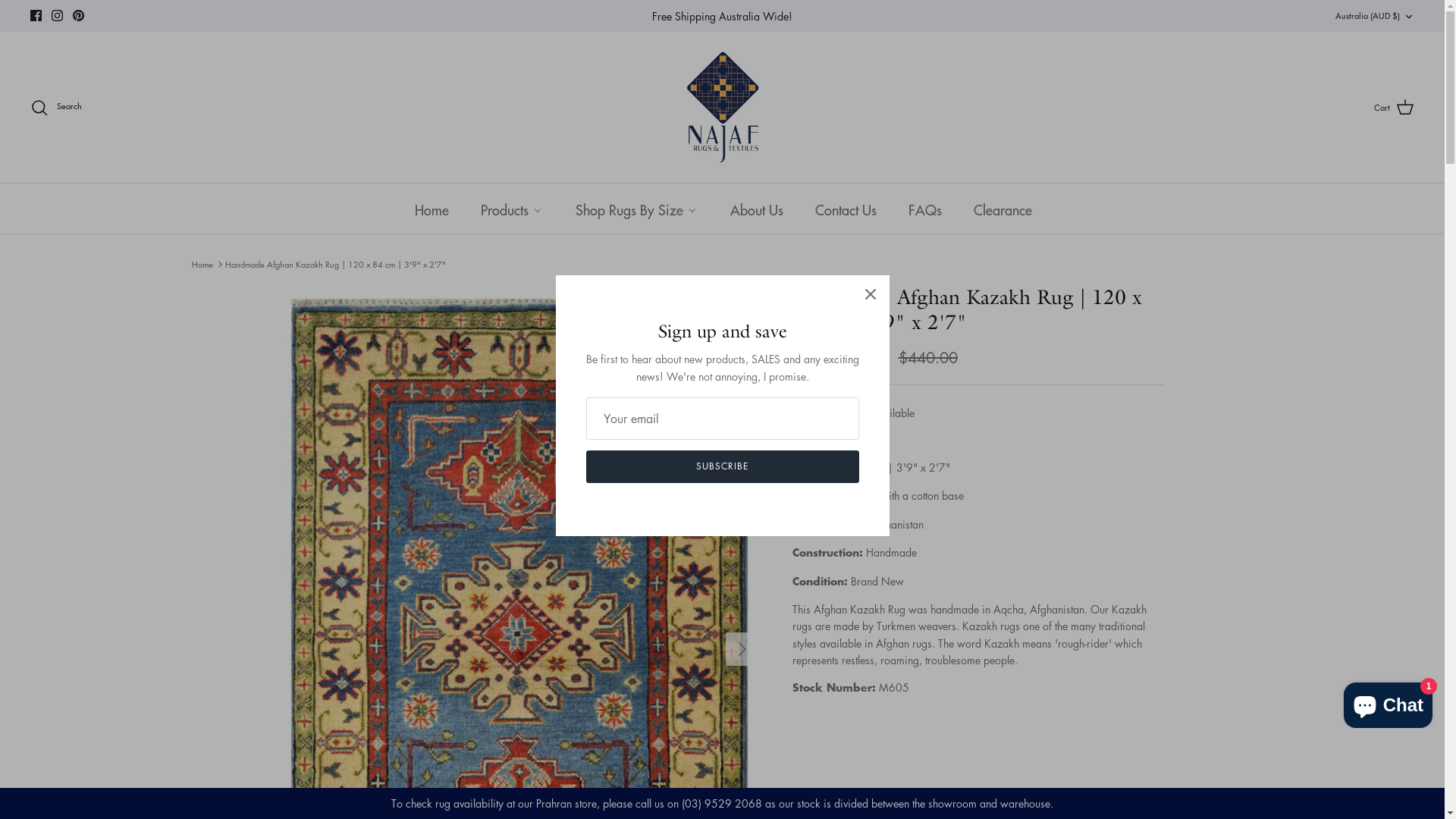 The width and height of the screenshot is (1456, 819). Describe the element at coordinates (557, 208) in the screenshot. I see `'Shop Rugs By Size'` at that location.